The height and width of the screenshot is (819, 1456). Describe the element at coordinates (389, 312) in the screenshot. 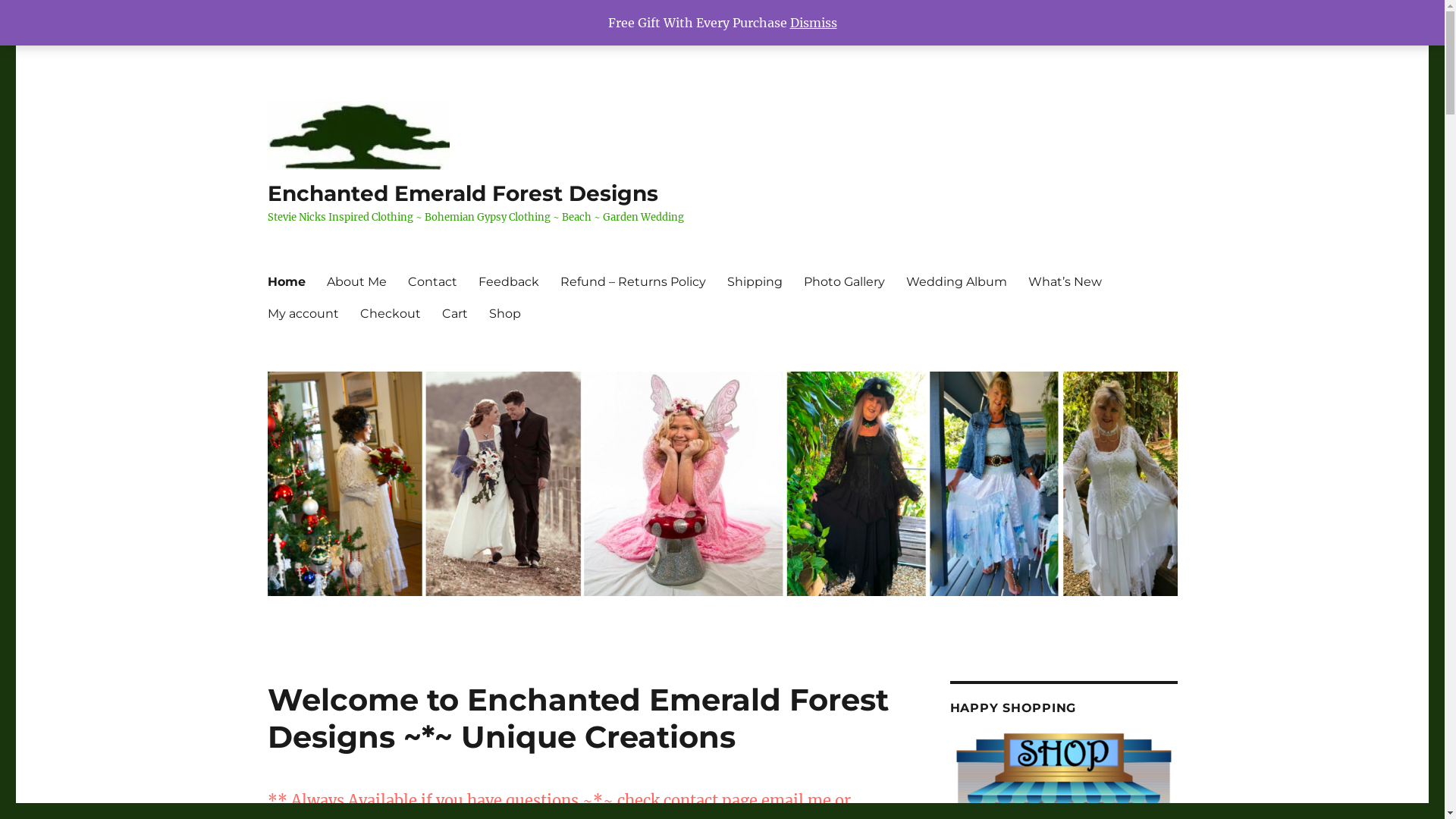

I see `'Checkout'` at that location.